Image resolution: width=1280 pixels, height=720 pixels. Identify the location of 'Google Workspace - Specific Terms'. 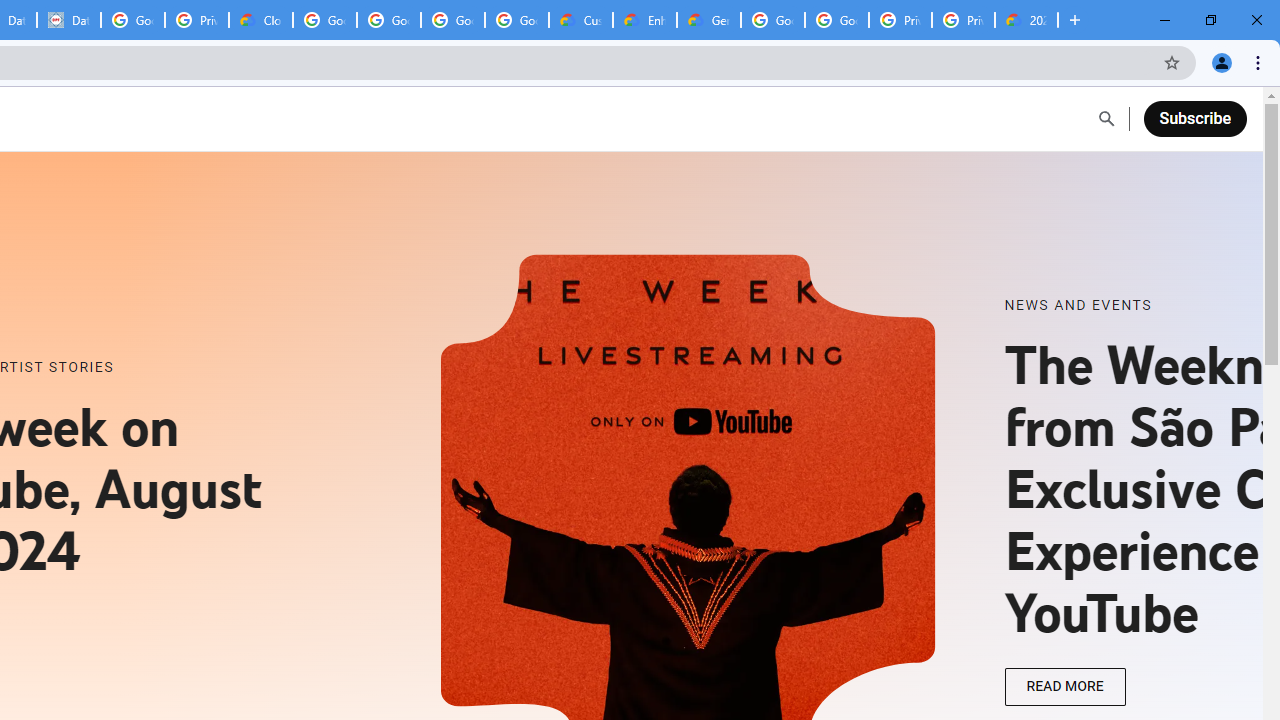
(452, 20).